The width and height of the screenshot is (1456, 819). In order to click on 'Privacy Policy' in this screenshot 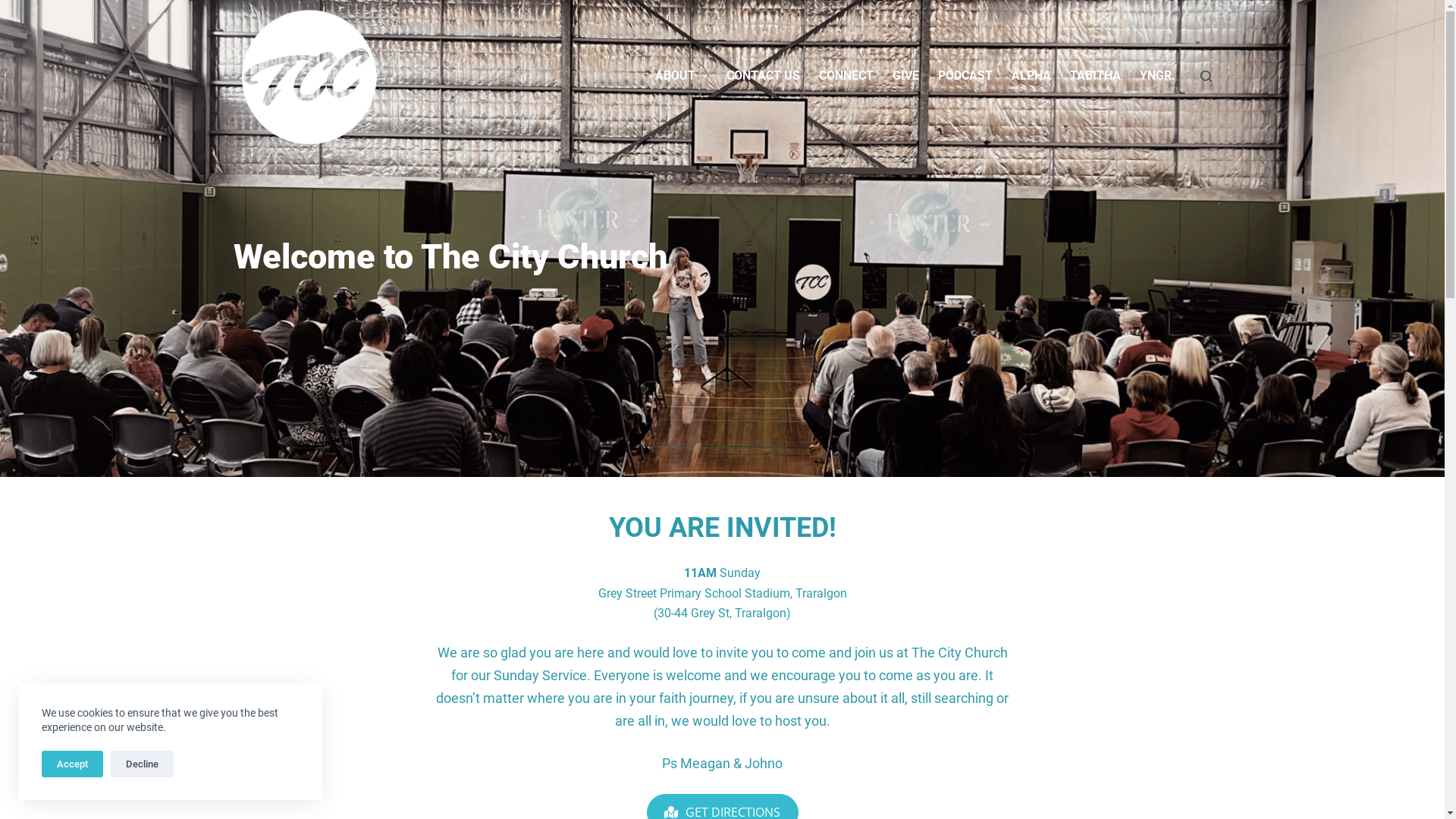, I will do `click(271, 694)`.